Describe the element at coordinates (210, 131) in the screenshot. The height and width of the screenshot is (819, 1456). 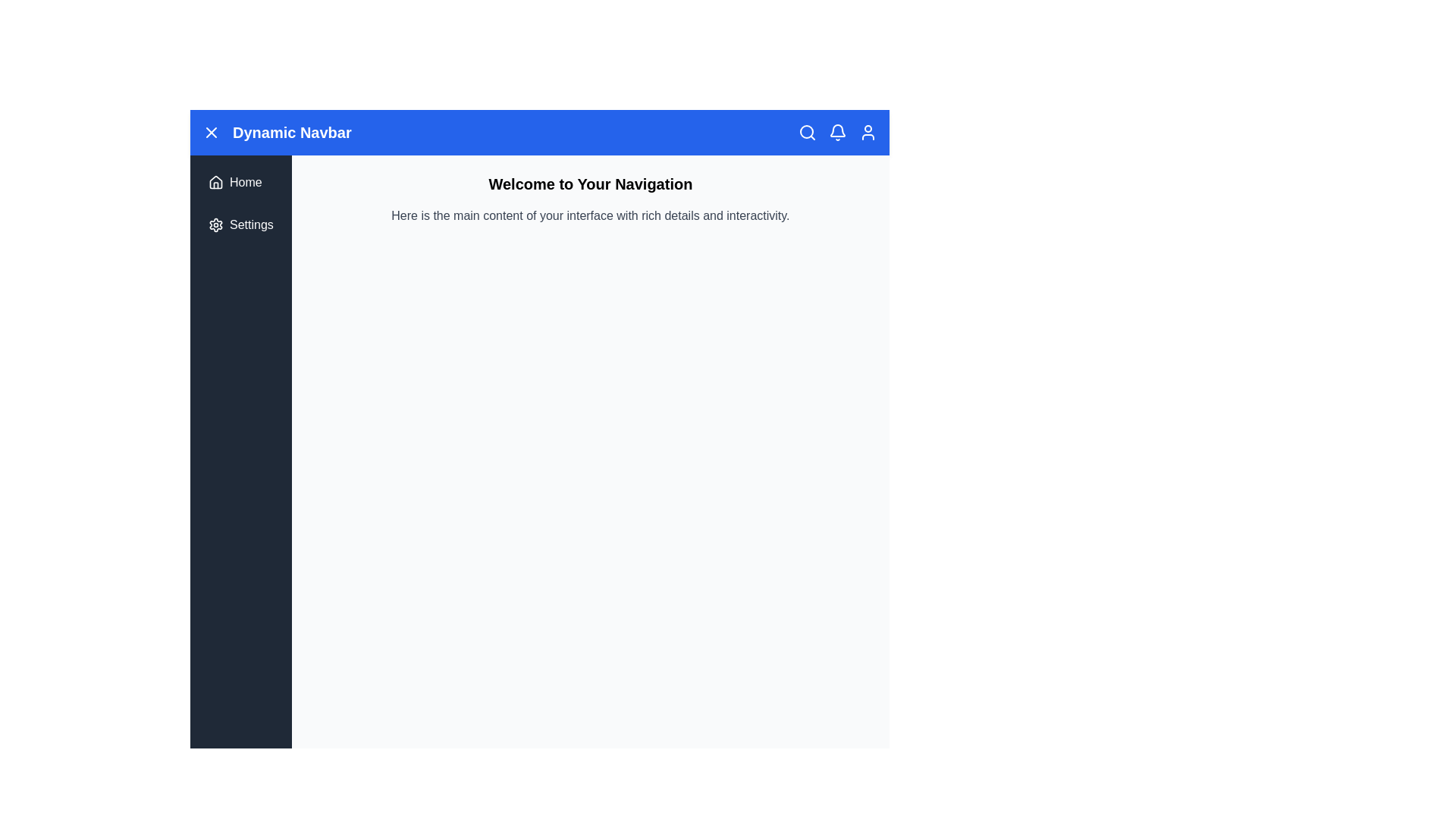
I see `the red cross icon located at the top-left corner of the navigation bar near the 'Dynamic Navbar' title` at that location.